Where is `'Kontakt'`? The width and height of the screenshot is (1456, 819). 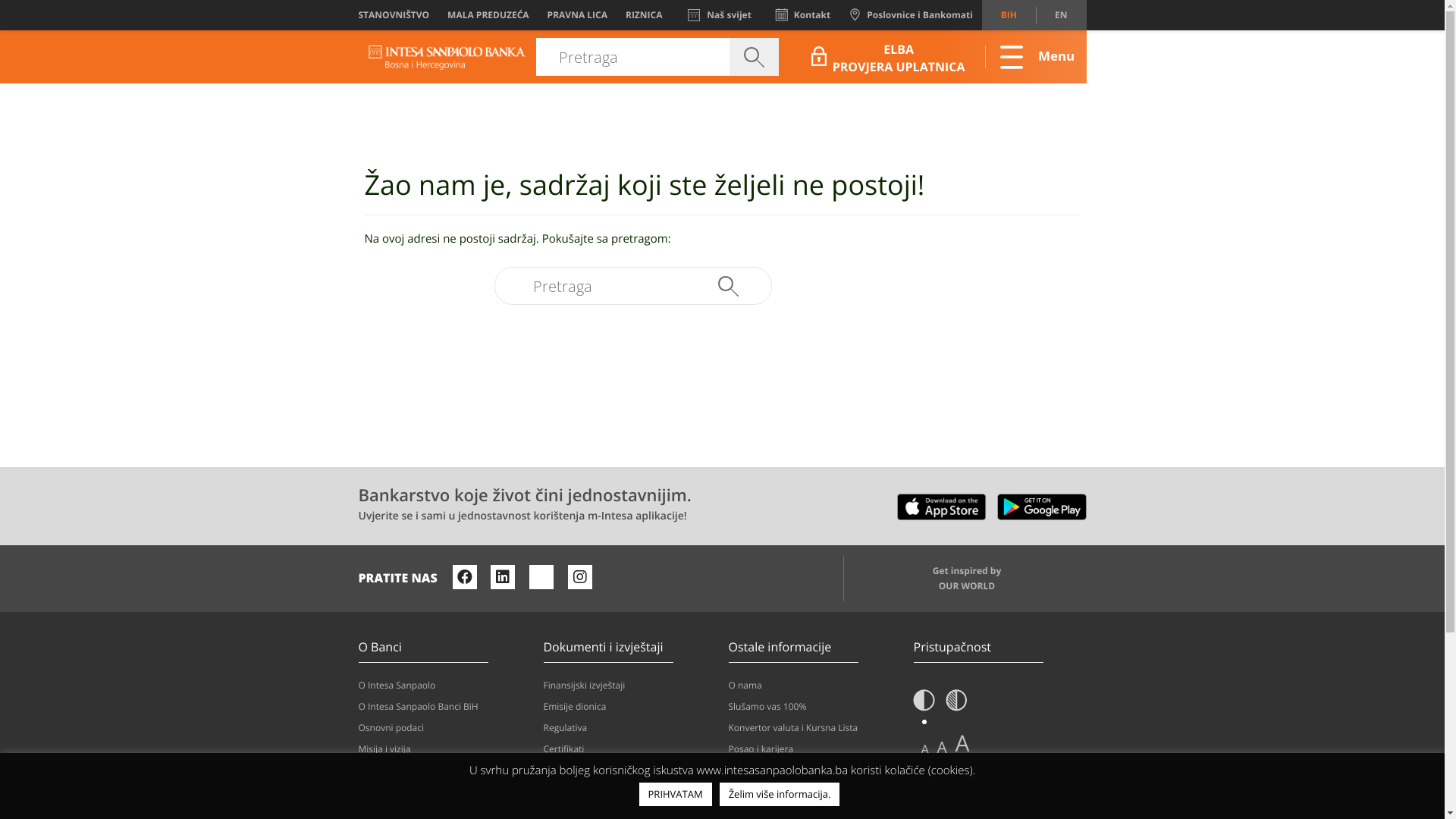 'Kontakt' is located at coordinates (802, 14).